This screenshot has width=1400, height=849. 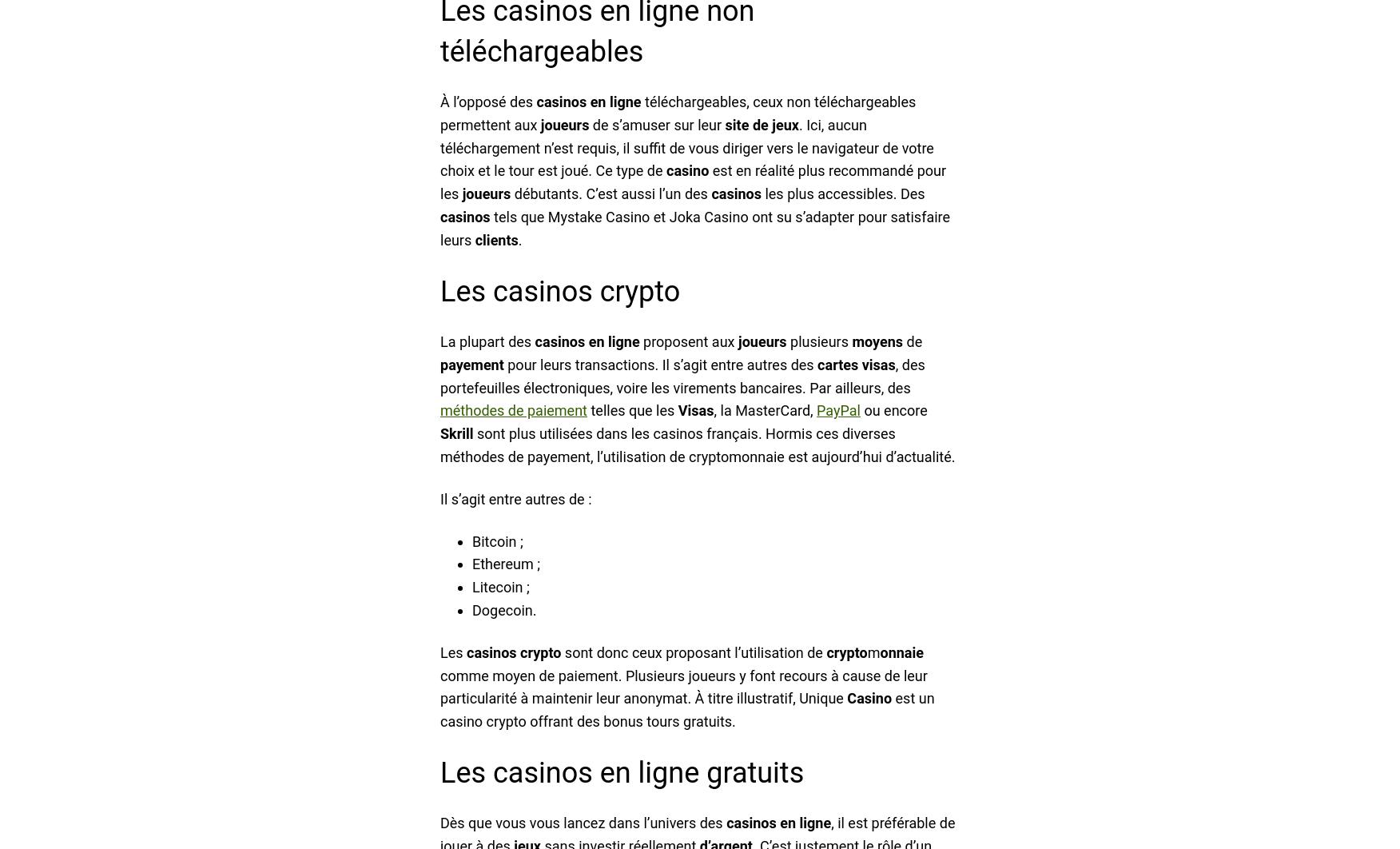 I want to click on 'débutants. C’est aussi l’un des', so click(x=611, y=193).